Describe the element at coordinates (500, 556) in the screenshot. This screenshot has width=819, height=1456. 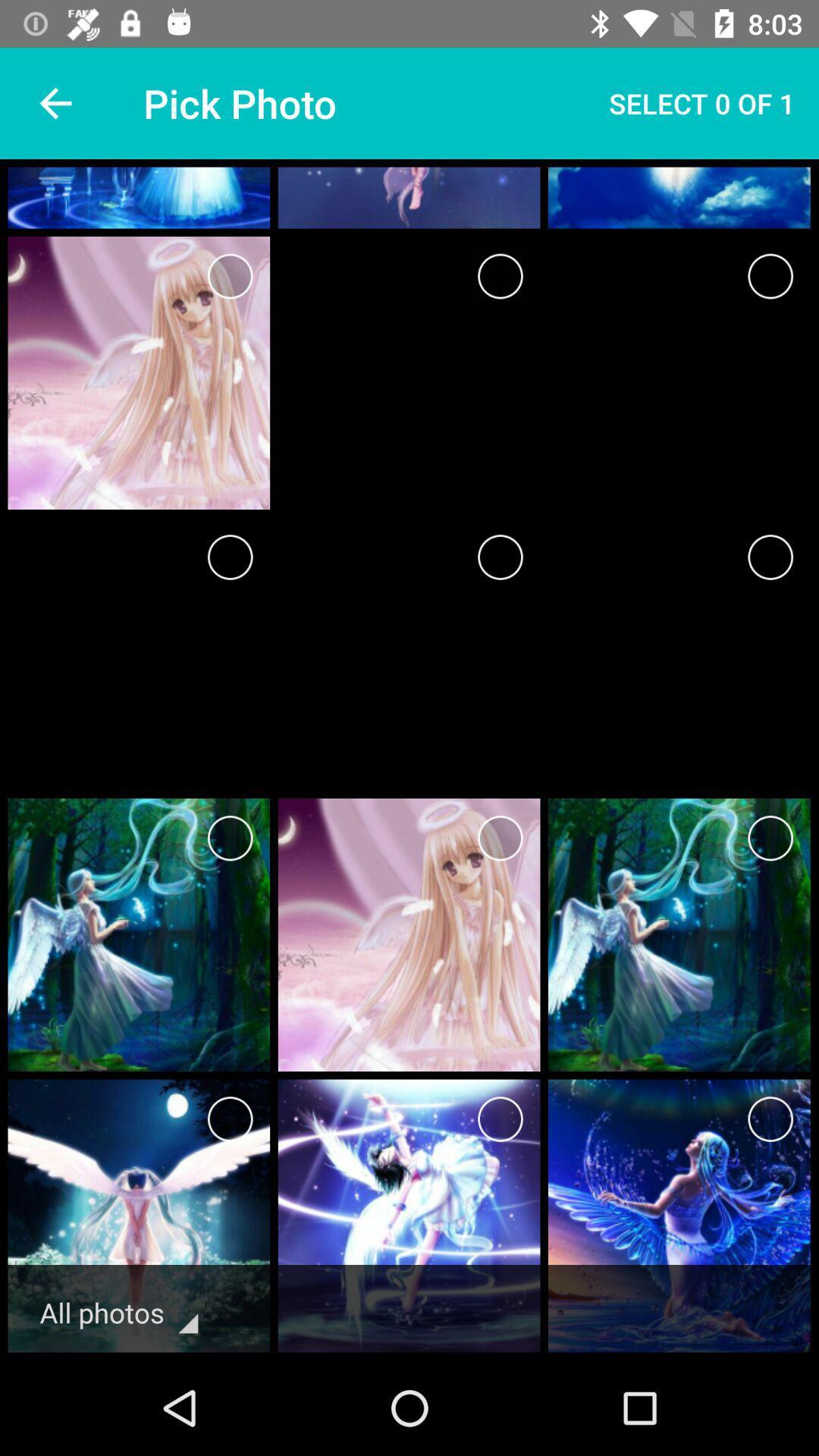
I see `choose a picture` at that location.